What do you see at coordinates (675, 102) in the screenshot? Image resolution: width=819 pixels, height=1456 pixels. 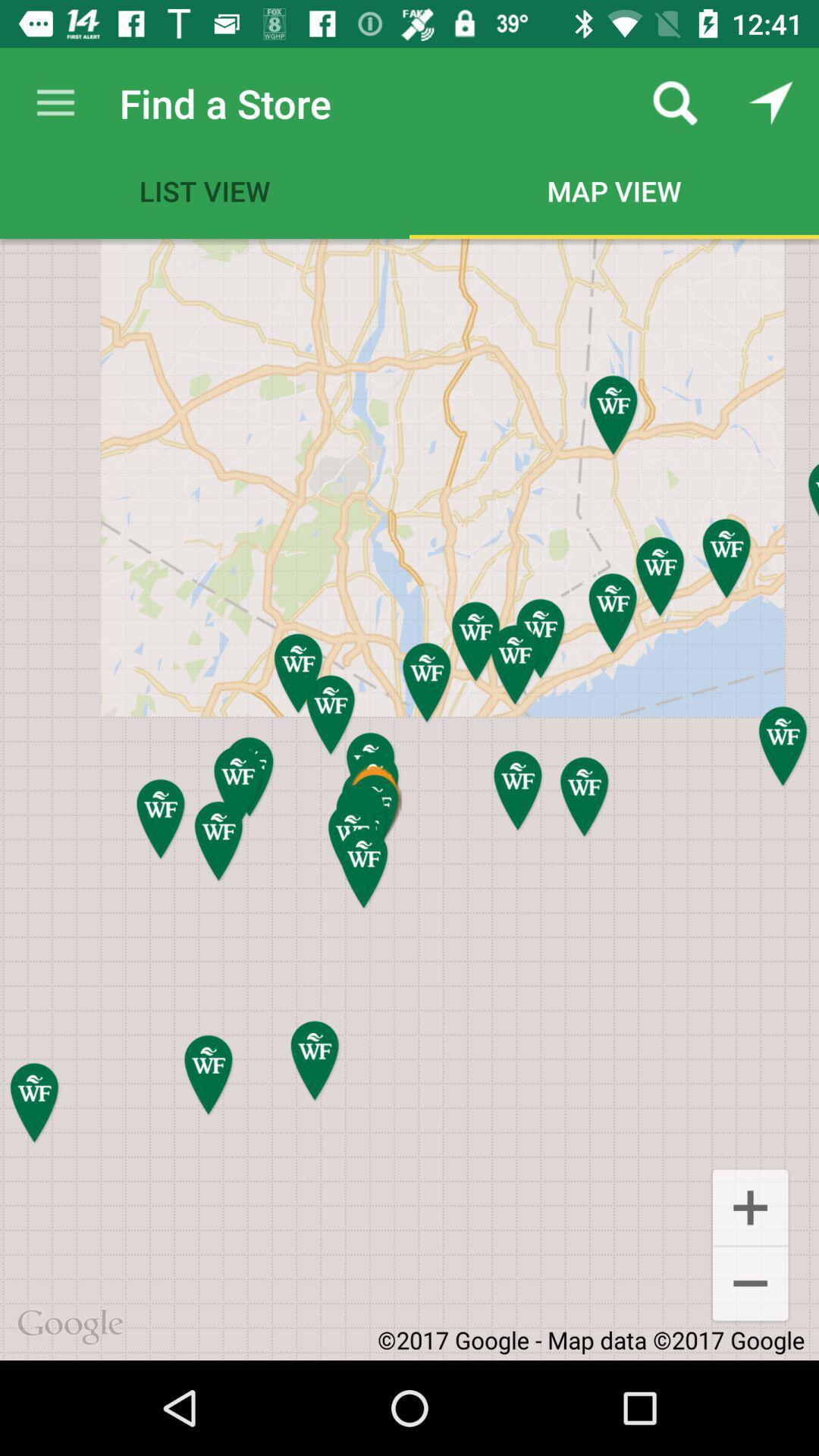 I see `the app next to the find a store icon` at bounding box center [675, 102].